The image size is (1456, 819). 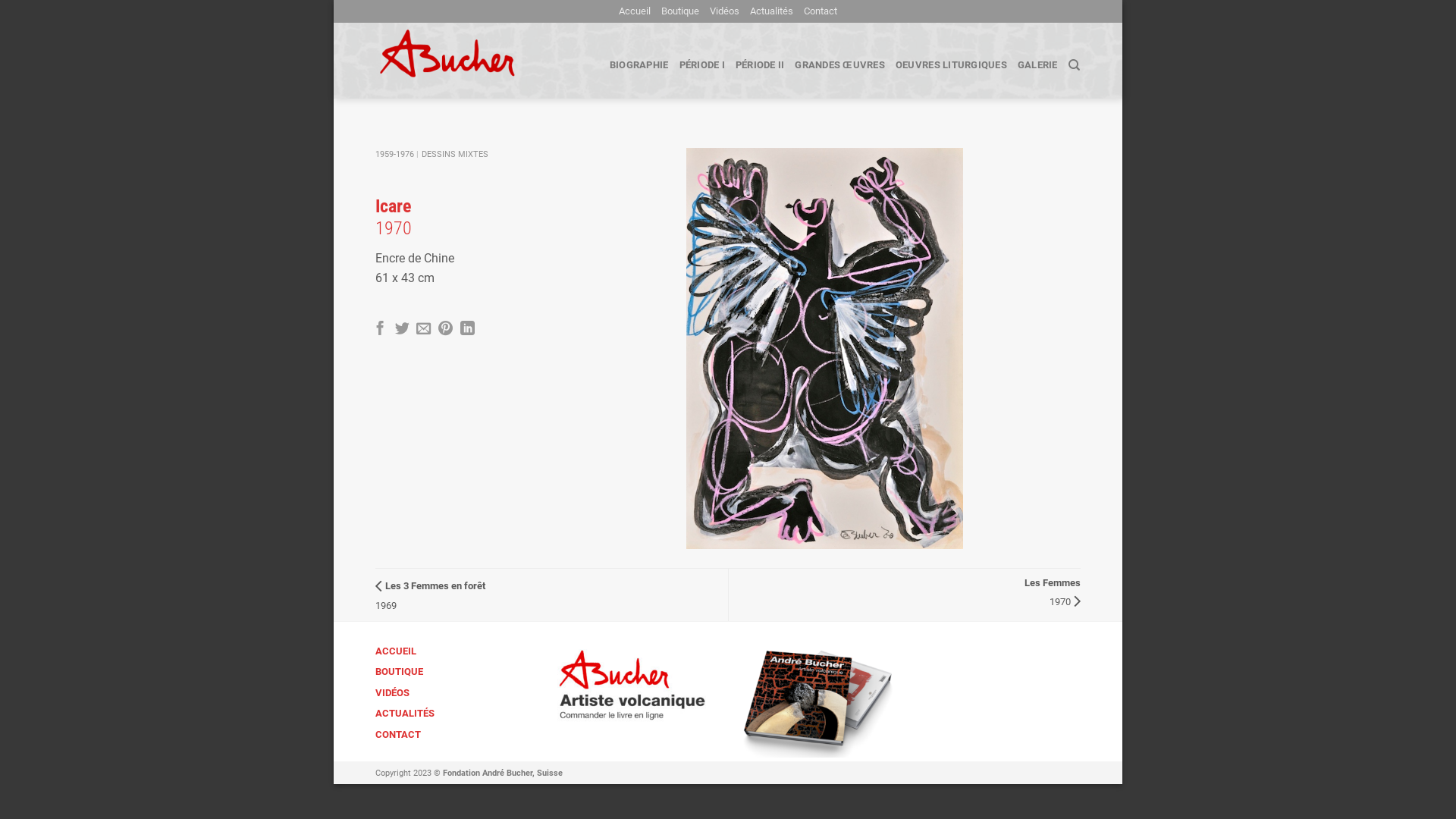 What do you see at coordinates (819, 11) in the screenshot?
I see `'Contact'` at bounding box center [819, 11].